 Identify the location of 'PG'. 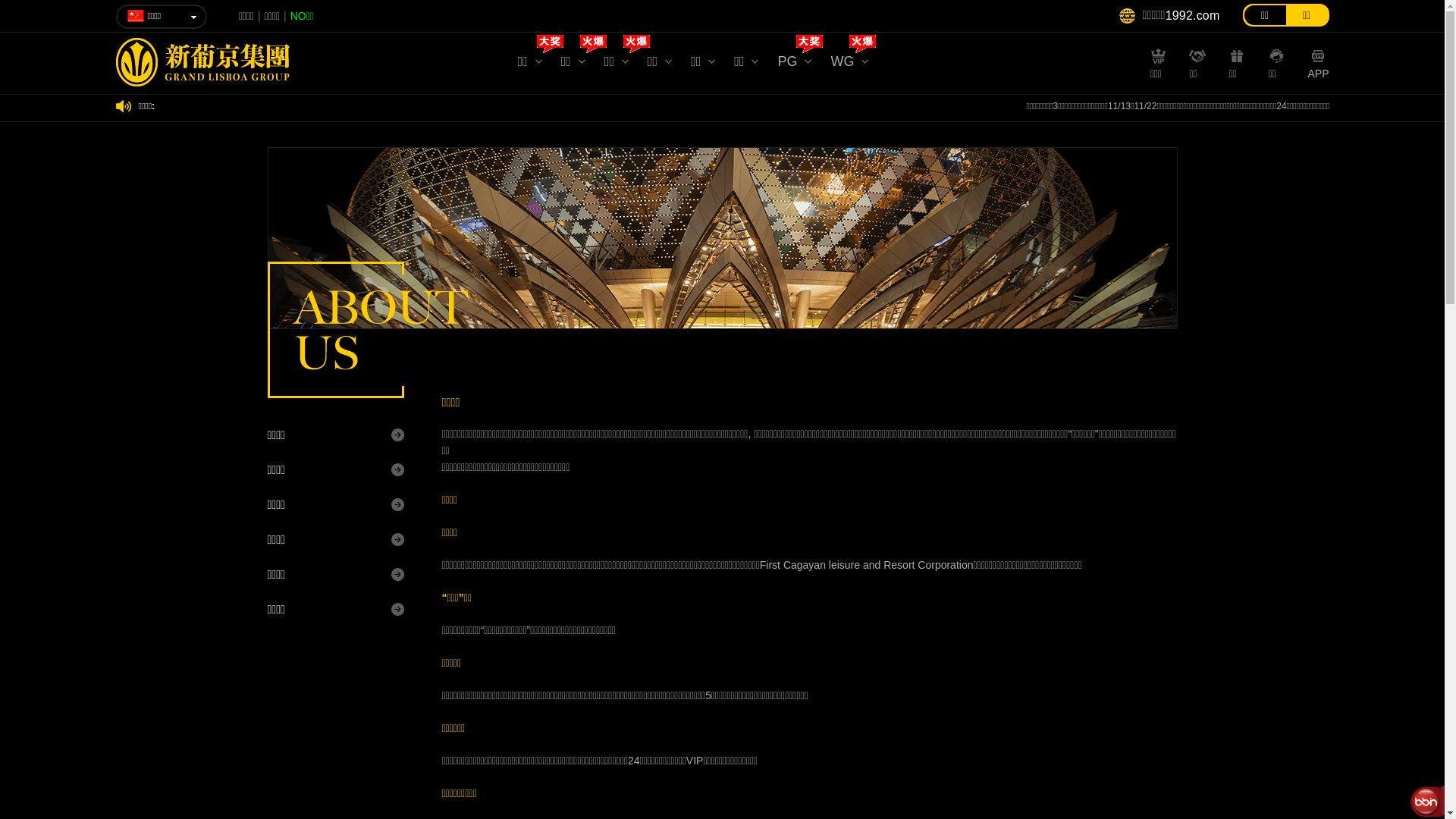
(793, 64).